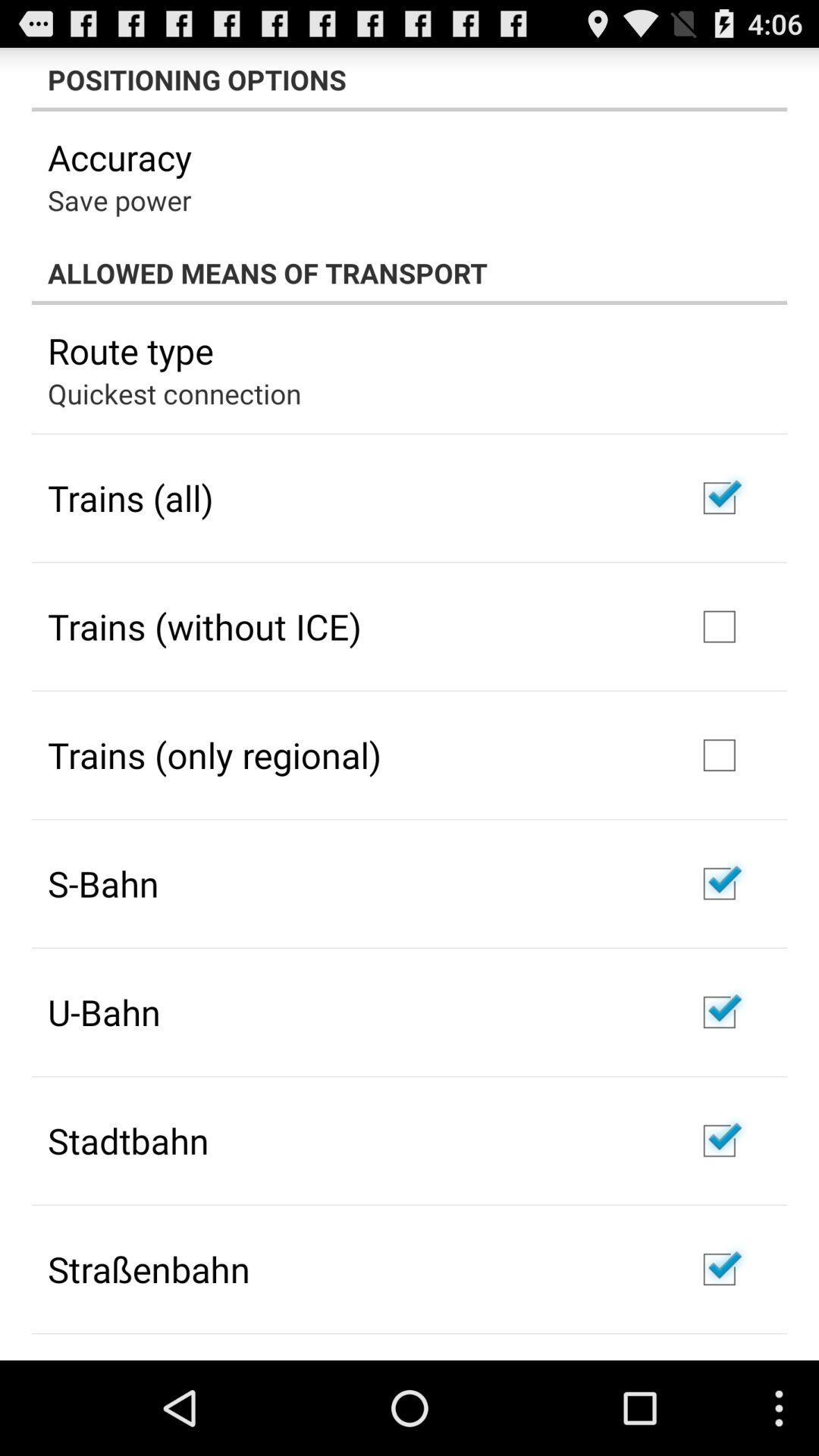 This screenshot has height=1456, width=819. Describe the element at coordinates (130, 350) in the screenshot. I see `item above quickest connection` at that location.